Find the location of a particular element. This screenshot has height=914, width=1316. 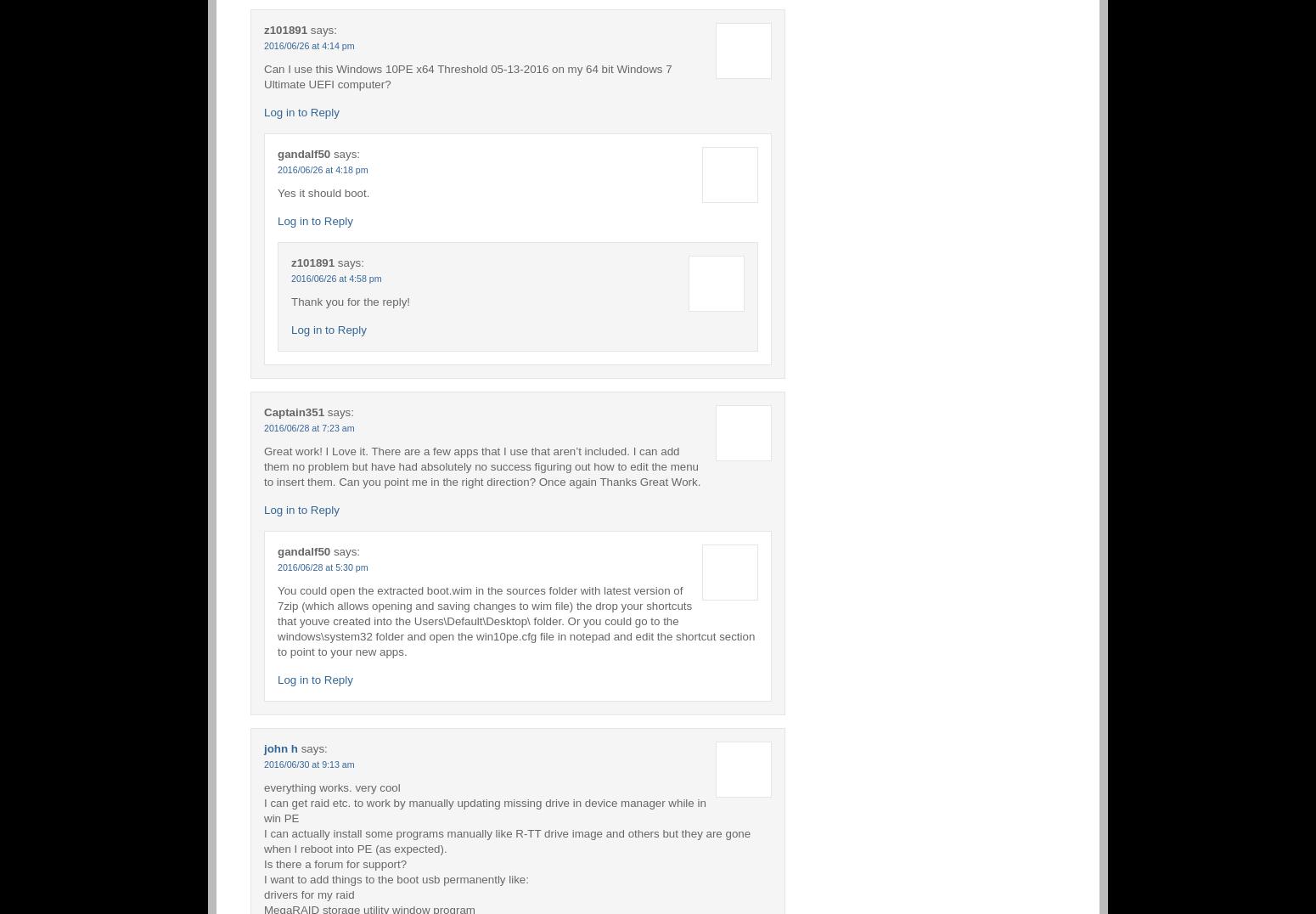

'drivers for my raid' is located at coordinates (307, 894).